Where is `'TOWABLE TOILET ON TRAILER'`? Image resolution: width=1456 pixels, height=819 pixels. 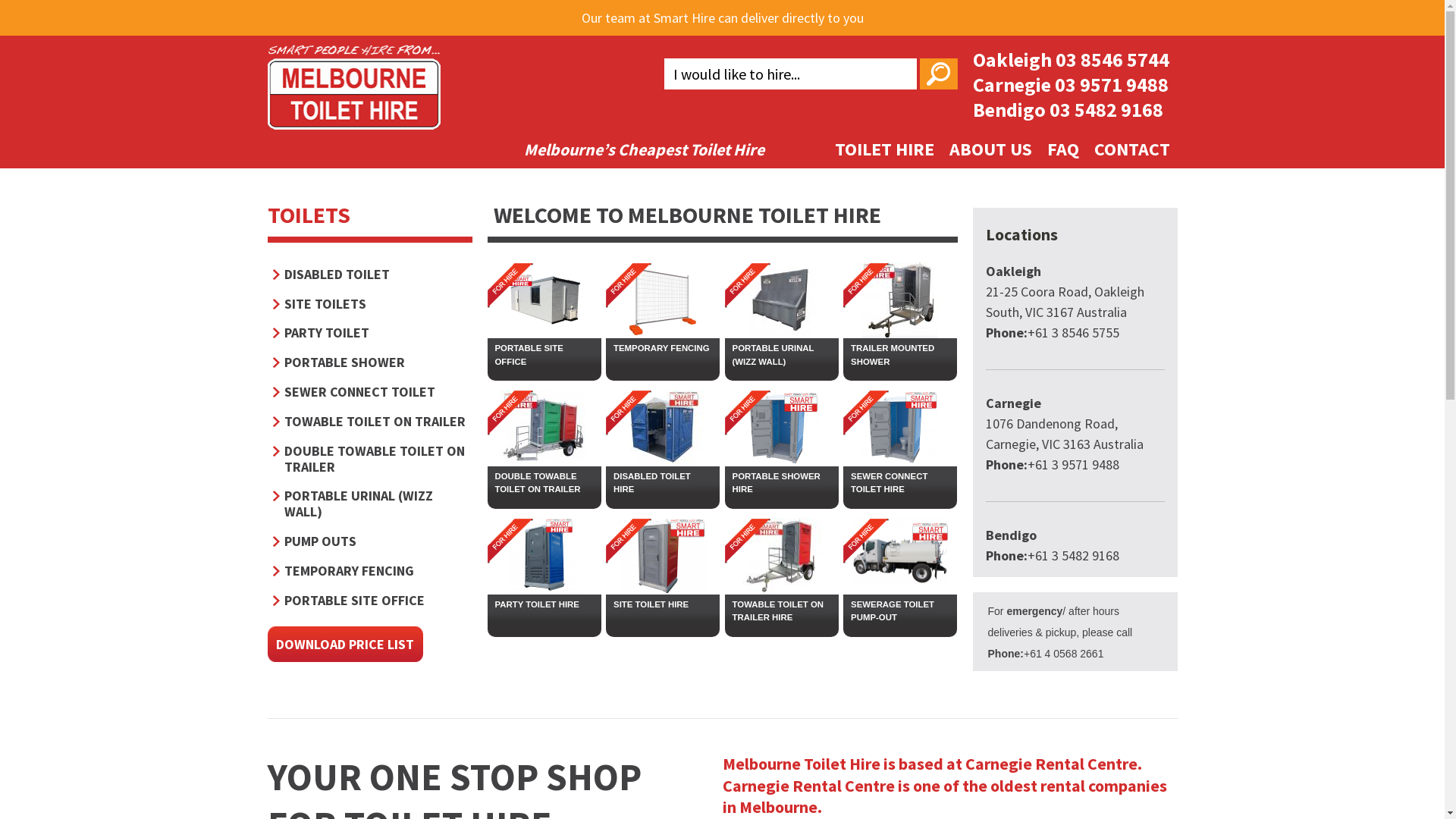
'TOWABLE TOILET ON TRAILER' is located at coordinates (370, 421).